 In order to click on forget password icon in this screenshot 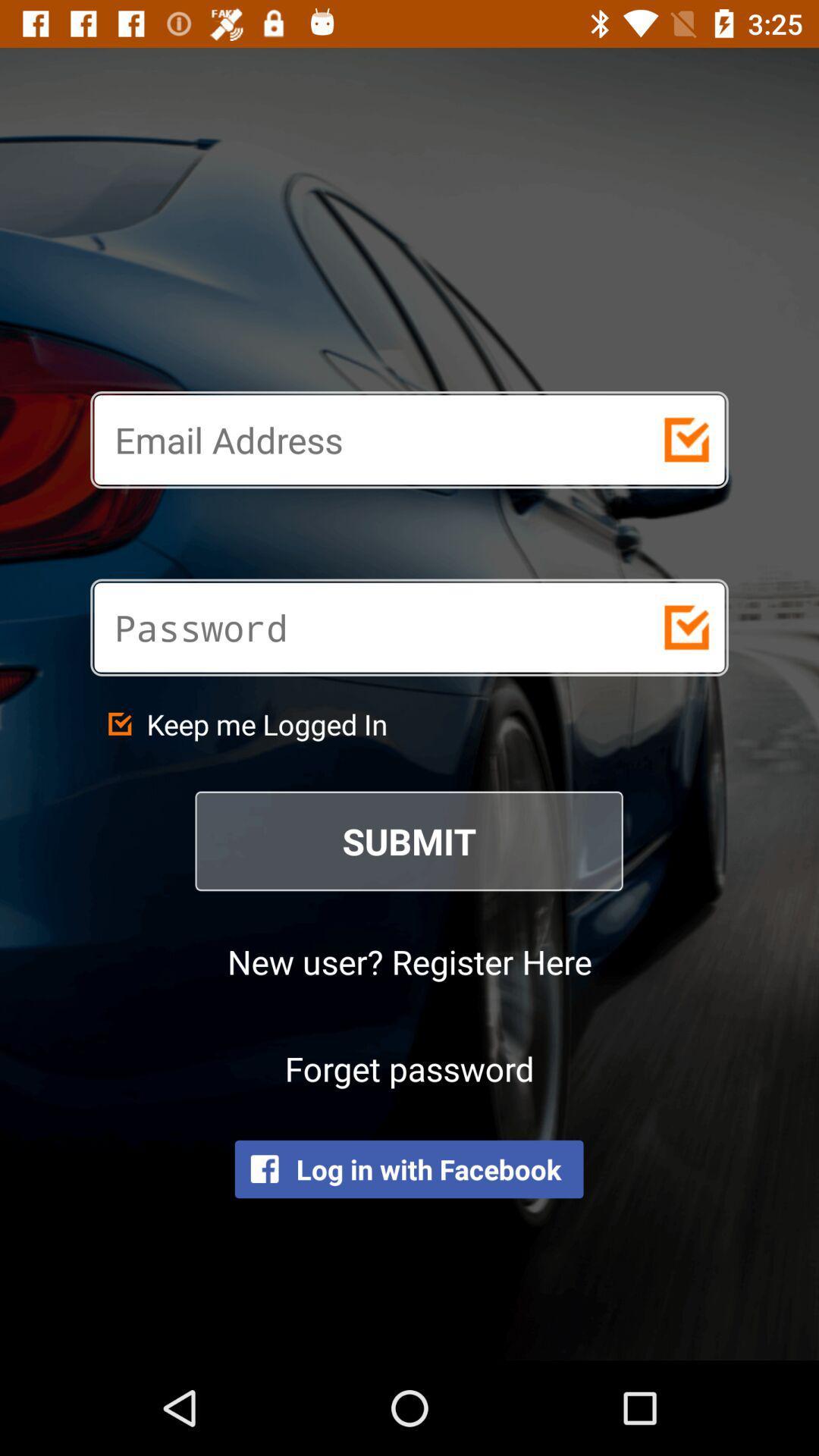, I will do `click(409, 1067)`.